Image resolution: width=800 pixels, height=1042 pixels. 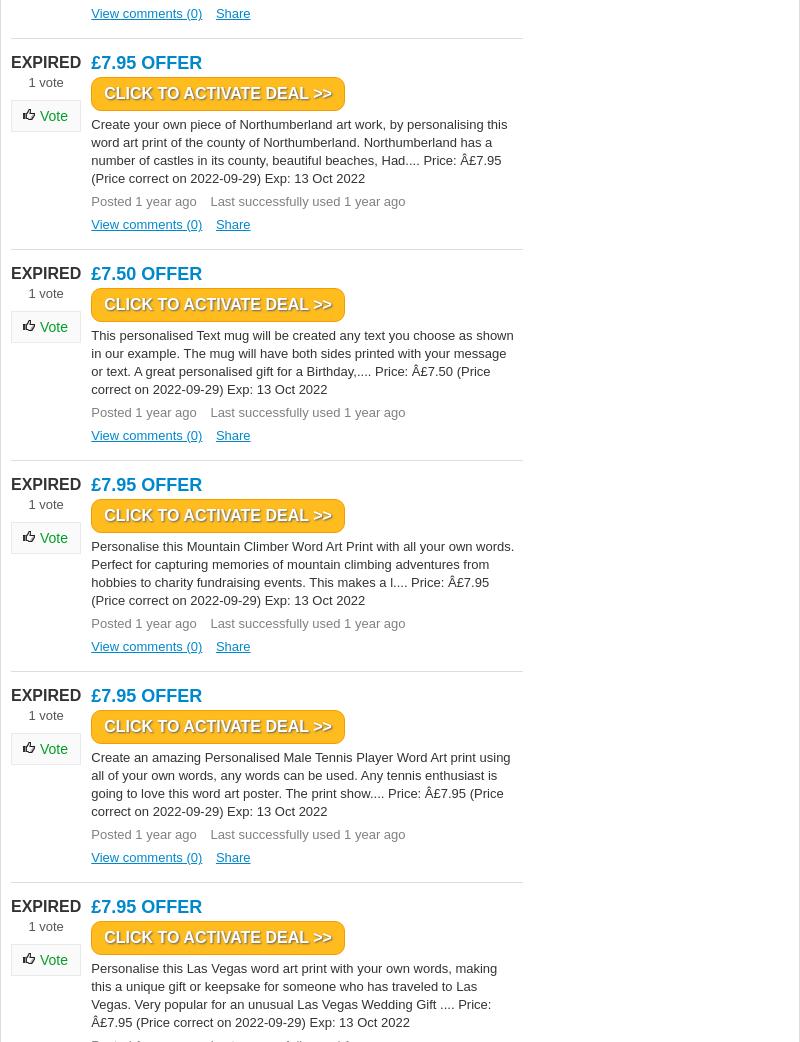 I want to click on 'Personalise this Mountain Climber Word Art Print with all your own words. Perfect for capturing memories of mountain climbing adventures from hobbies to charity fundraising events. This makes a l.... Price: Â£7.95 (Price correct on 2022-09-29) Exp: 13 Oct 2022', so click(x=301, y=572).